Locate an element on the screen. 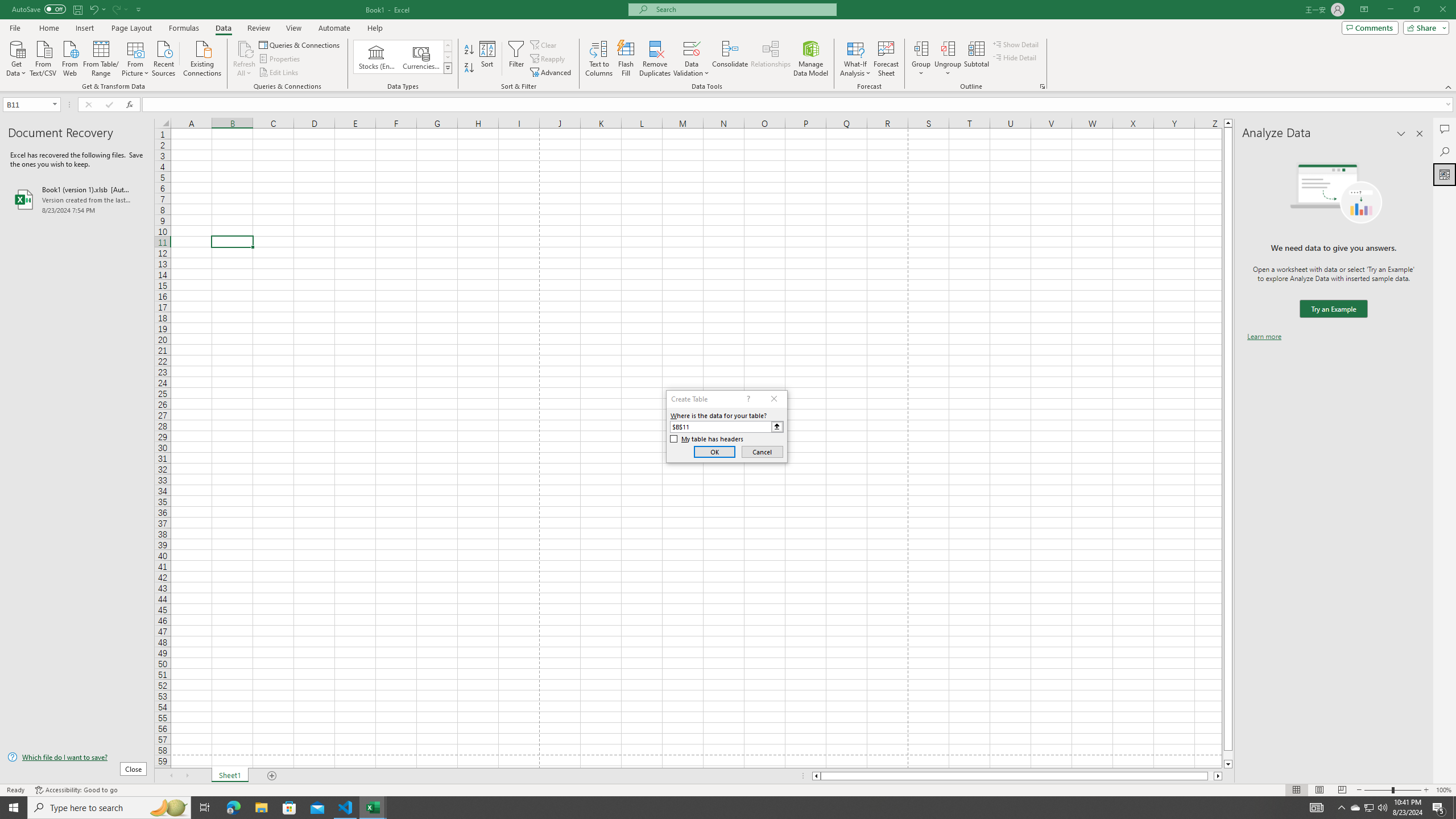 This screenshot has width=1456, height=819. 'Learn more' is located at coordinates (1264, 336).